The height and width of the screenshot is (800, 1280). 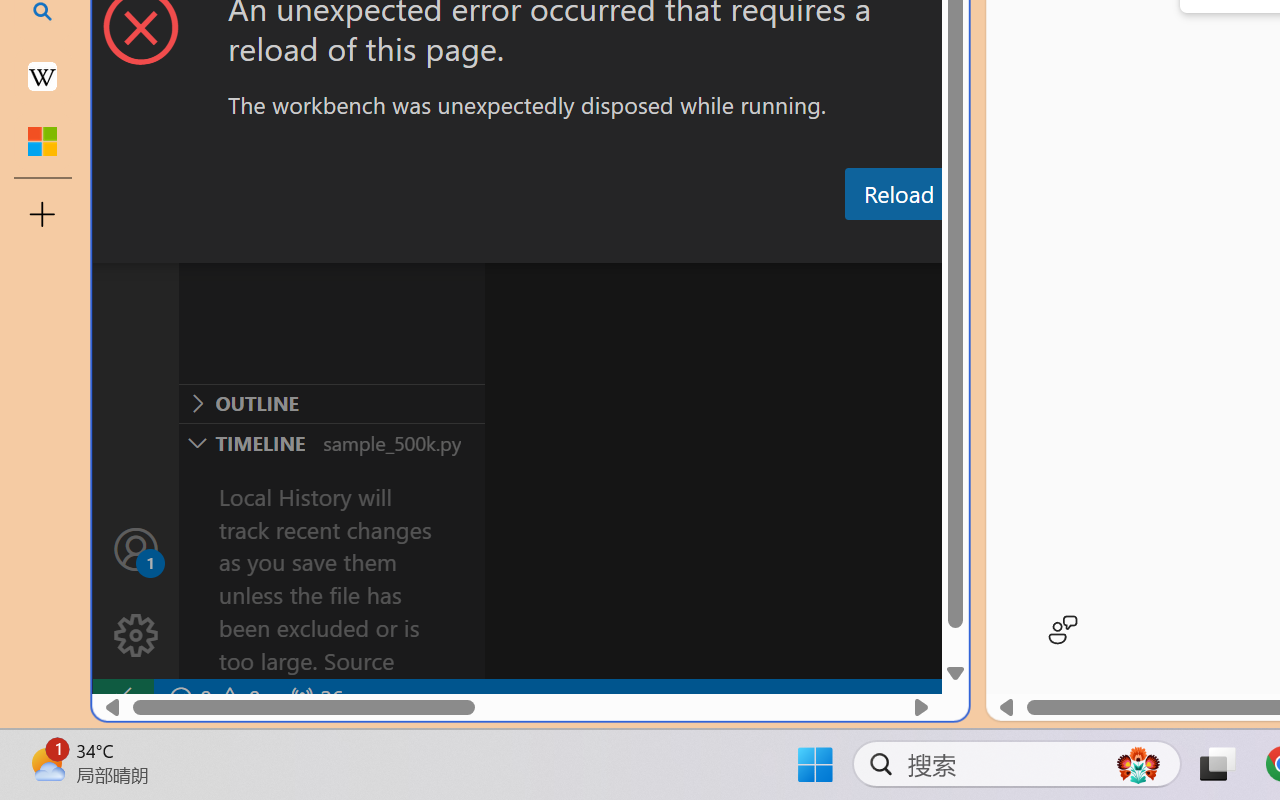 I want to click on 'Accounts - Sign in requested', so click(x=134, y=548).